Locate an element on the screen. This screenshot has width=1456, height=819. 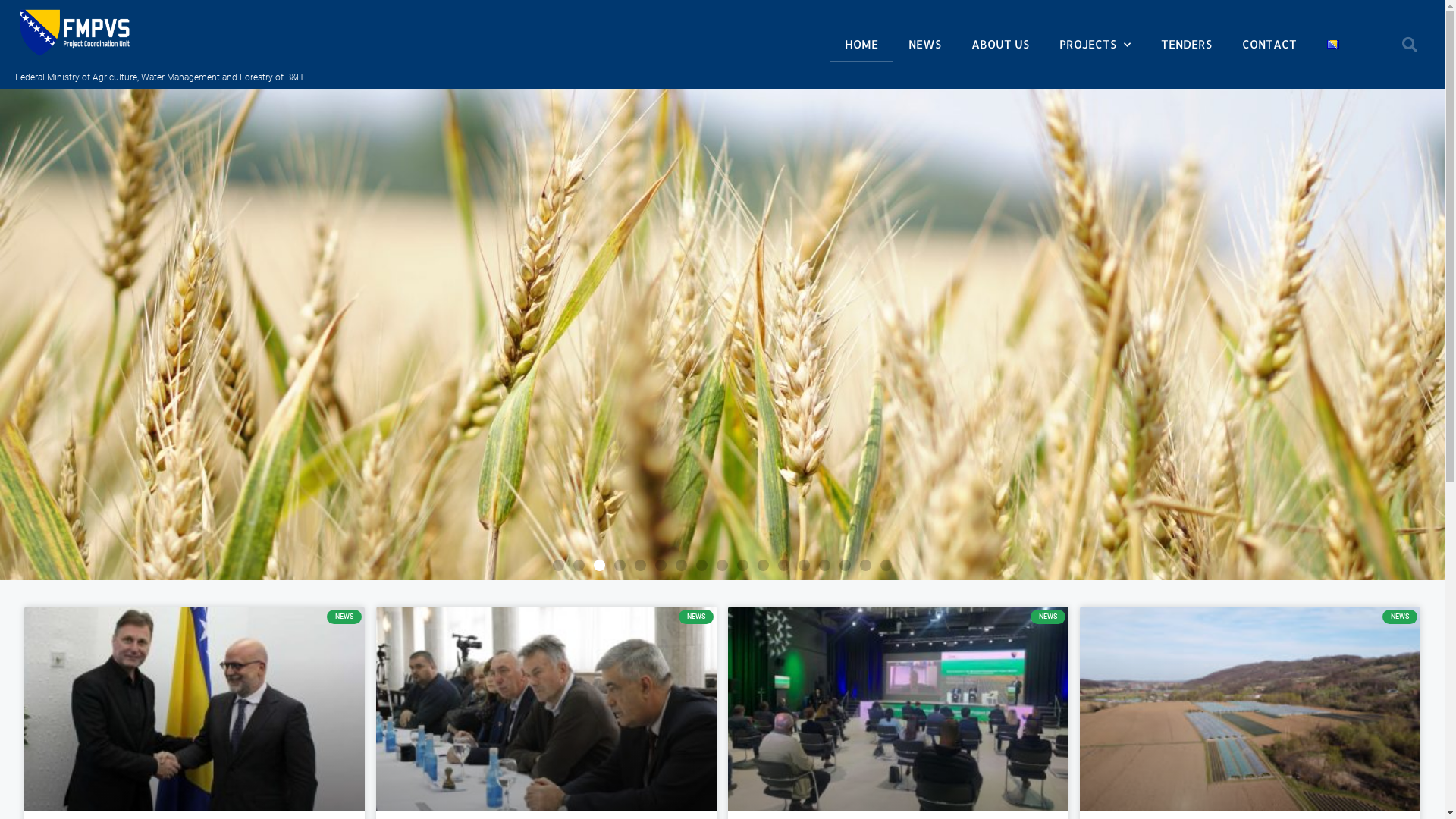
'PROJECTS' is located at coordinates (1095, 43).